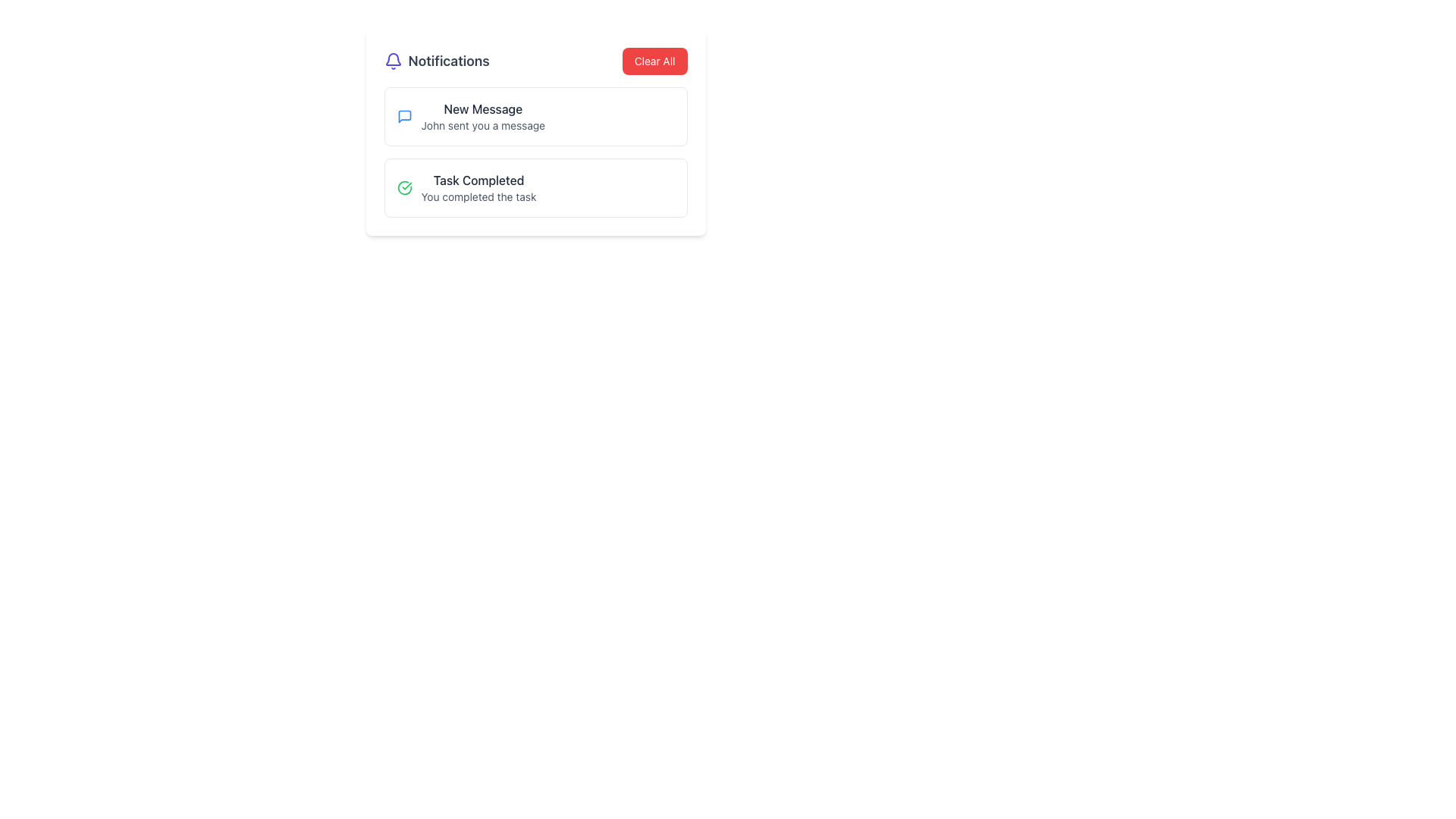 This screenshot has width=1456, height=819. Describe the element at coordinates (482, 124) in the screenshot. I see `the Text display component located below the 'New Message' title to use the surrounding context for further actions` at that location.